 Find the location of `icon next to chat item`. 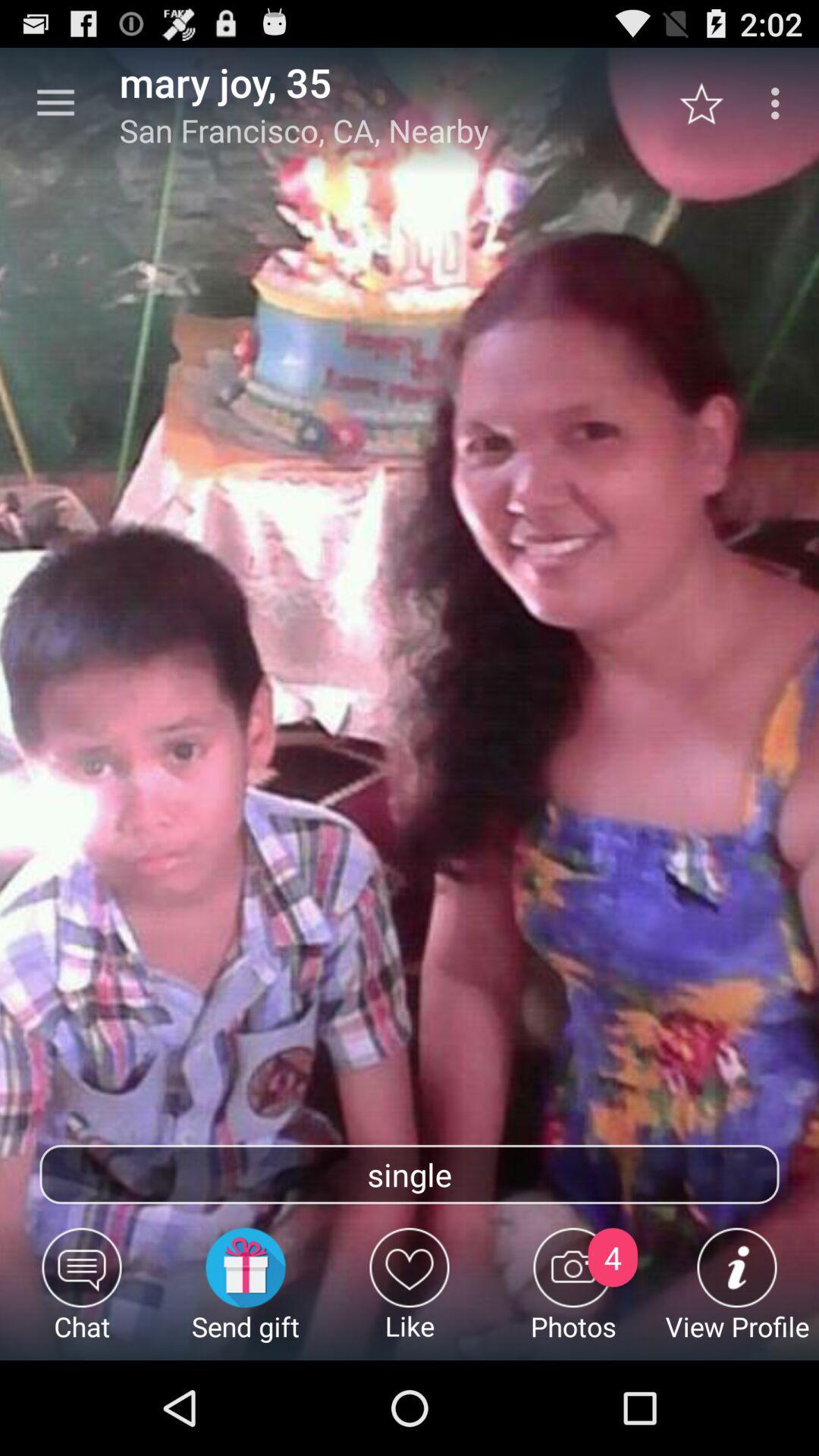

icon next to chat item is located at coordinates (245, 1293).